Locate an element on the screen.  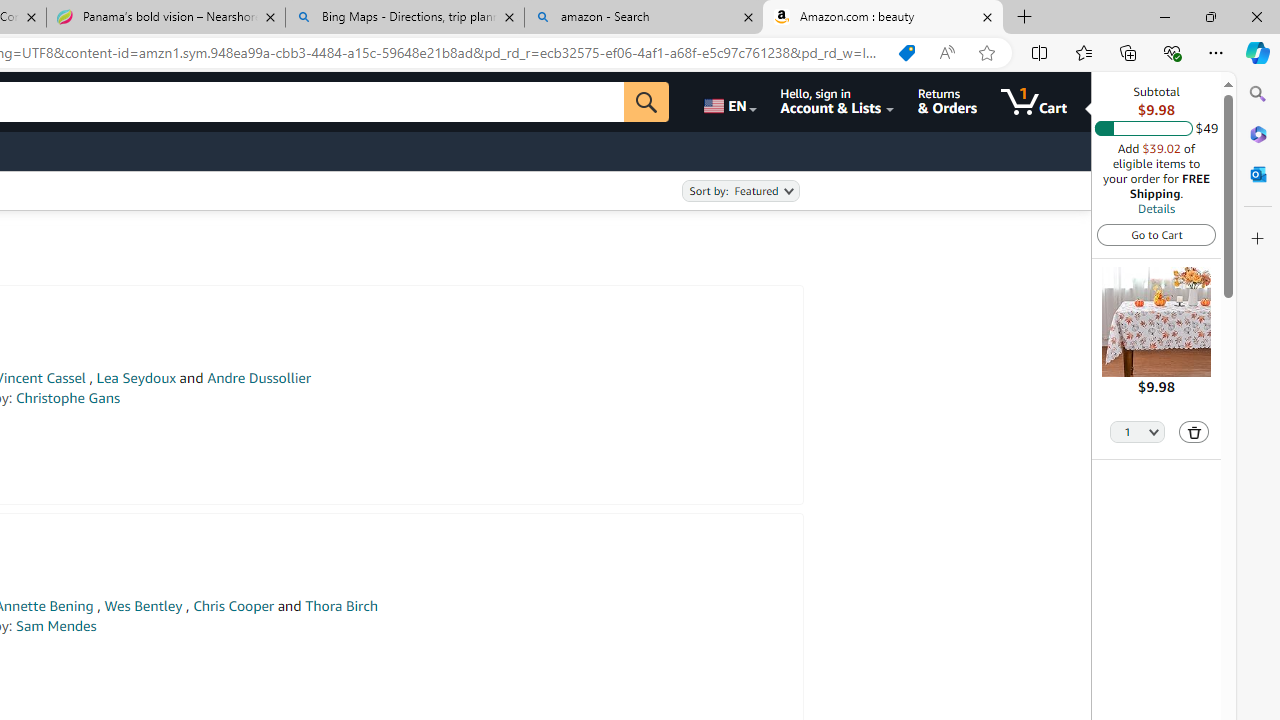
'Sort by:' is located at coordinates (739, 191).